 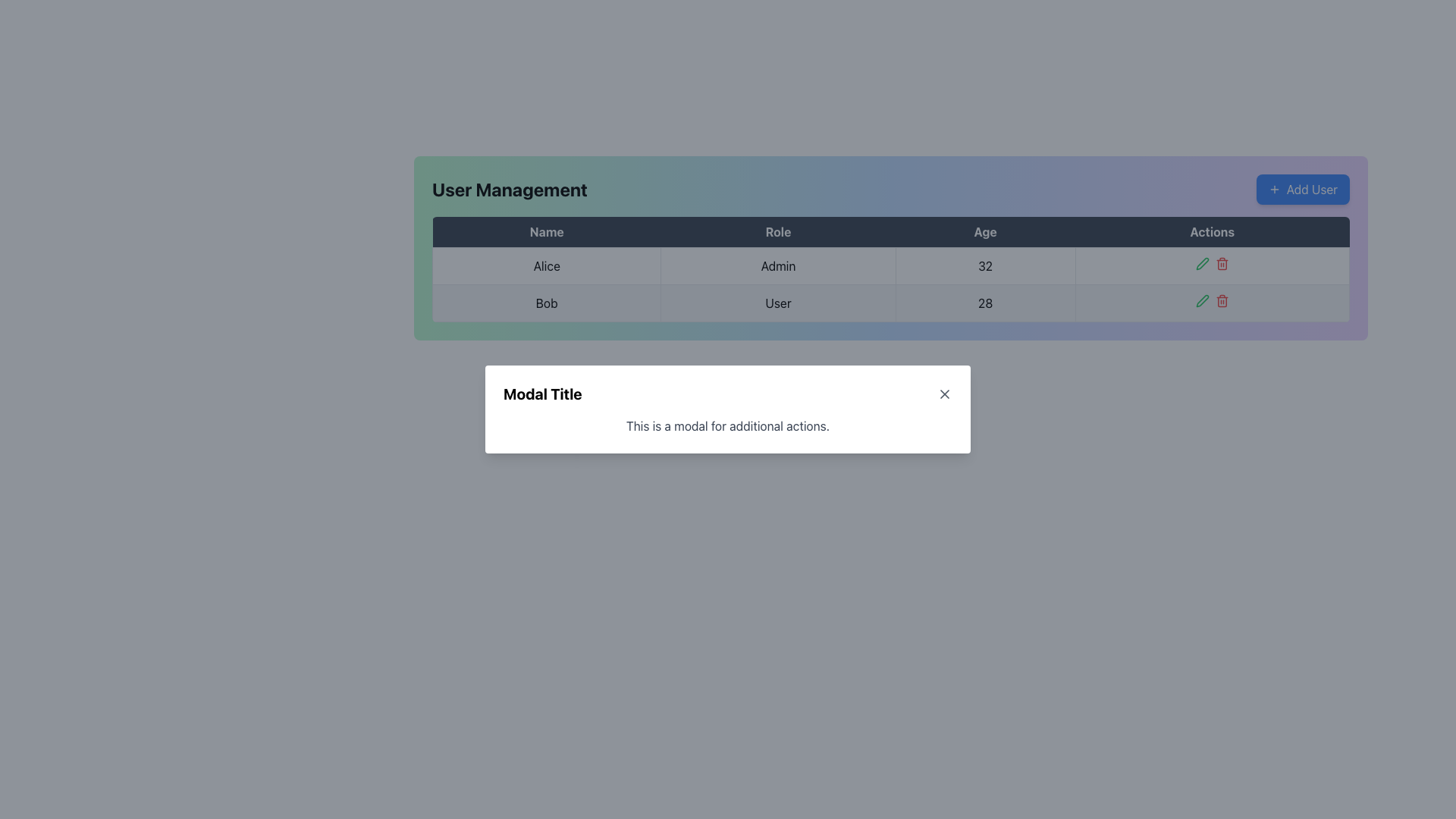 What do you see at coordinates (943, 394) in the screenshot?
I see `the 'X' icon button located in the top-right corner of the modal header, adjacent to the text 'Modal Title', to change its color` at bounding box center [943, 394].